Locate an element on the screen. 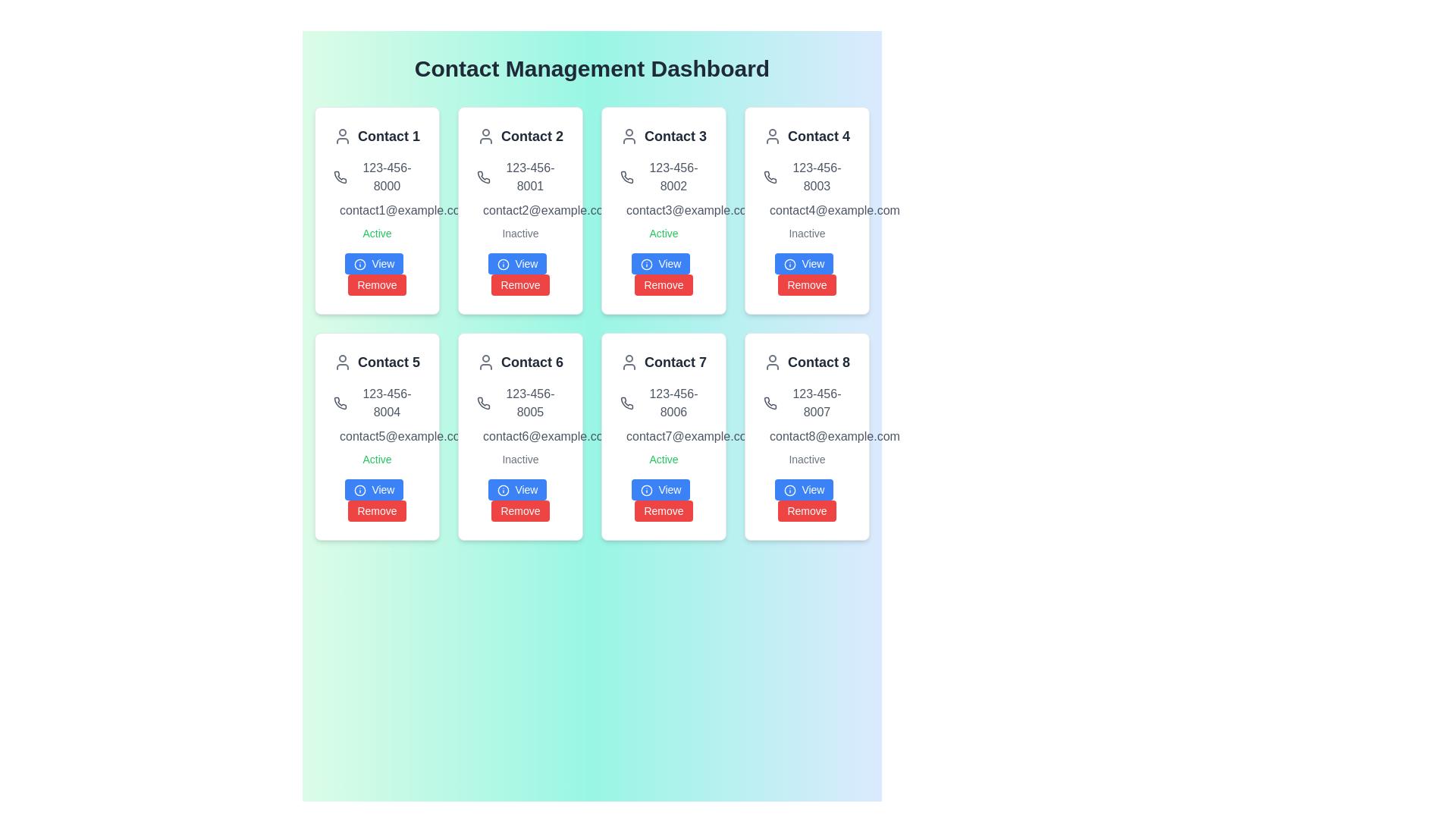 This screenshot has height=819, width=1456. the bold-labeled textual component displaying 'Contact 3', located in the upper section of the third card from the left in the first row, which has a white background and shadowed edges is located at coordinates (664, 136).